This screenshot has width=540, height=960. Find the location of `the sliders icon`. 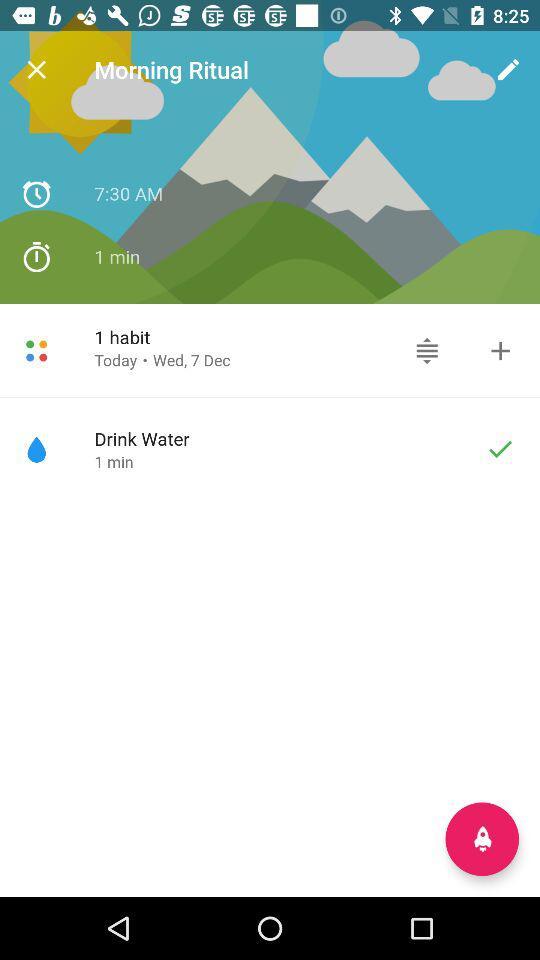

the sliders icon is located at coordinates (426, 350).